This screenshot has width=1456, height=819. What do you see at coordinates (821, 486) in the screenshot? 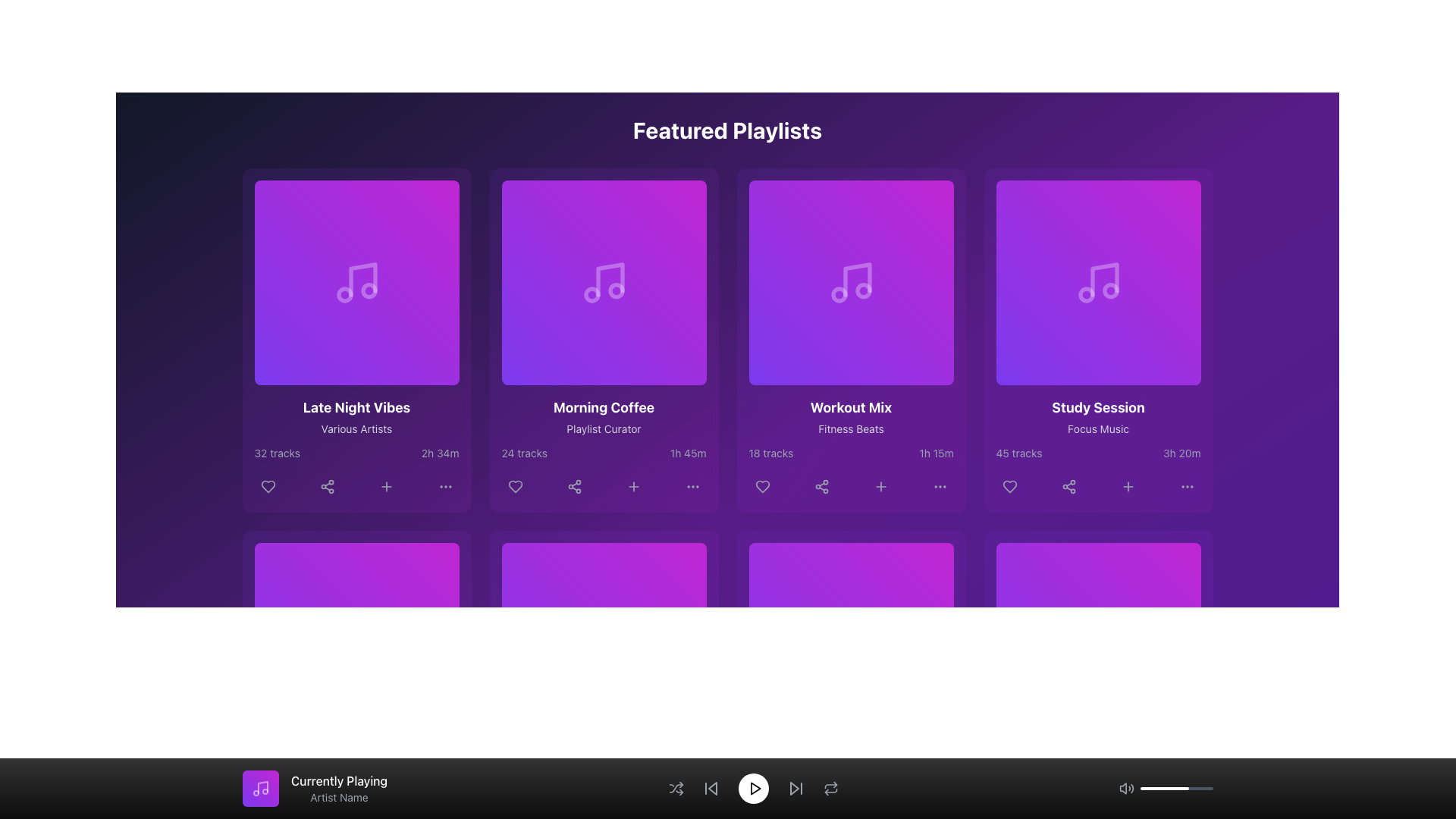
I see `the share button located in the bottom row of control icons on the 'Workout Mix' playlist card, specifically the second icon from the left, to share the playlist` at bounding box center [821, 486].